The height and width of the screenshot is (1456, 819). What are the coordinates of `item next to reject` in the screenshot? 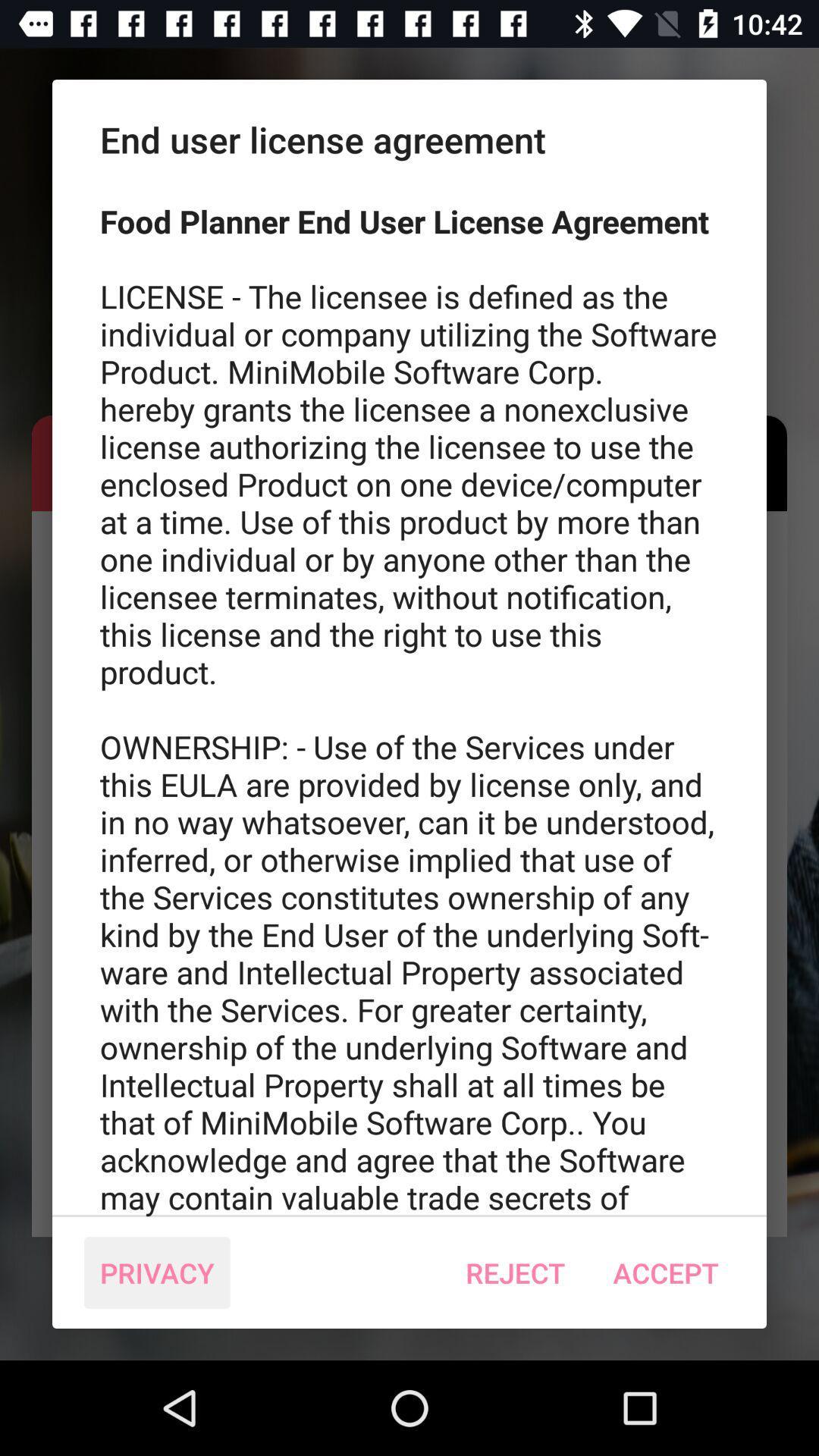 It's located at (157, 1272).